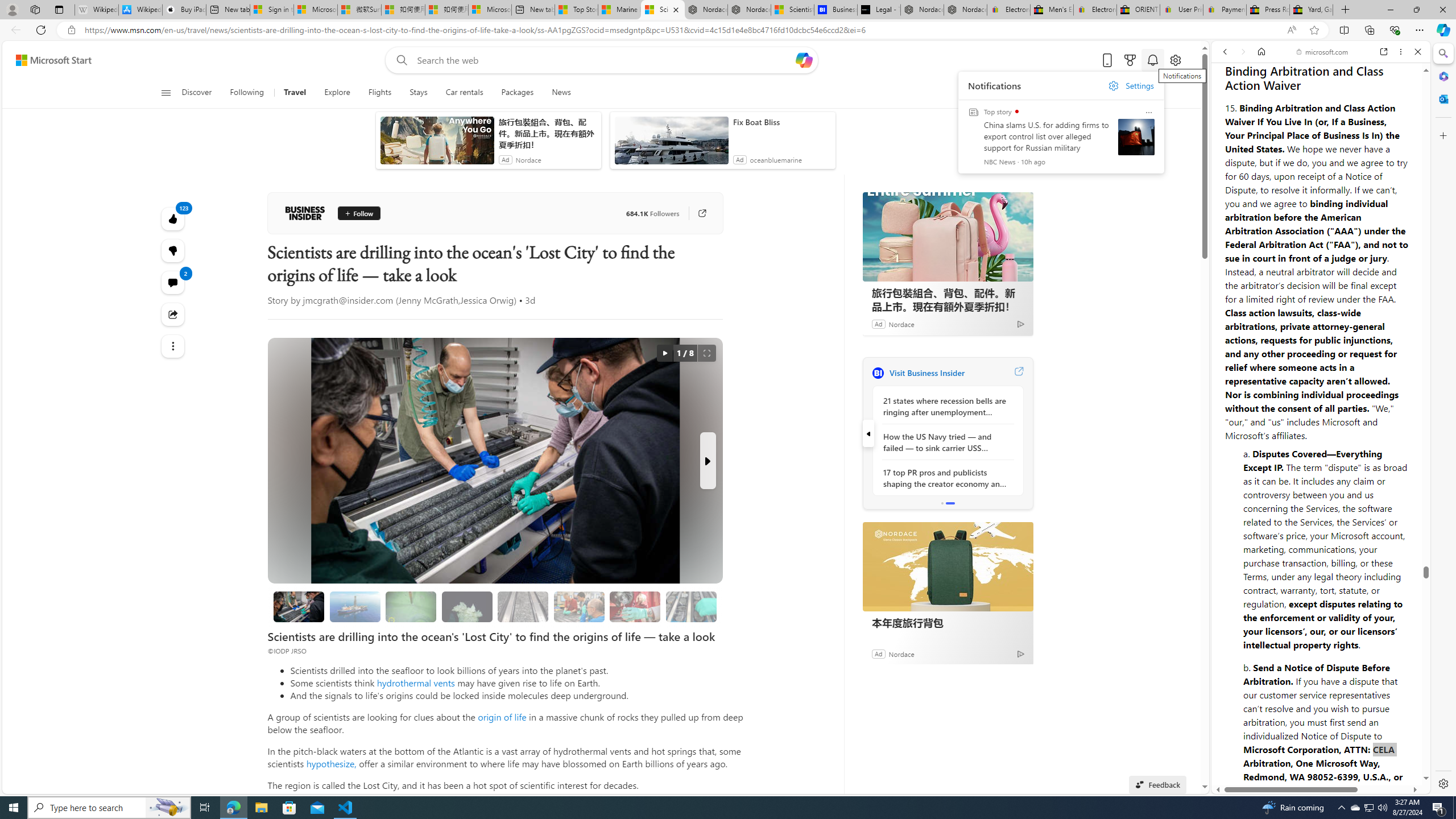  Describe the element at coordinates (804, 59) in the screenshot. I see `'Open Copilot'` at that location.